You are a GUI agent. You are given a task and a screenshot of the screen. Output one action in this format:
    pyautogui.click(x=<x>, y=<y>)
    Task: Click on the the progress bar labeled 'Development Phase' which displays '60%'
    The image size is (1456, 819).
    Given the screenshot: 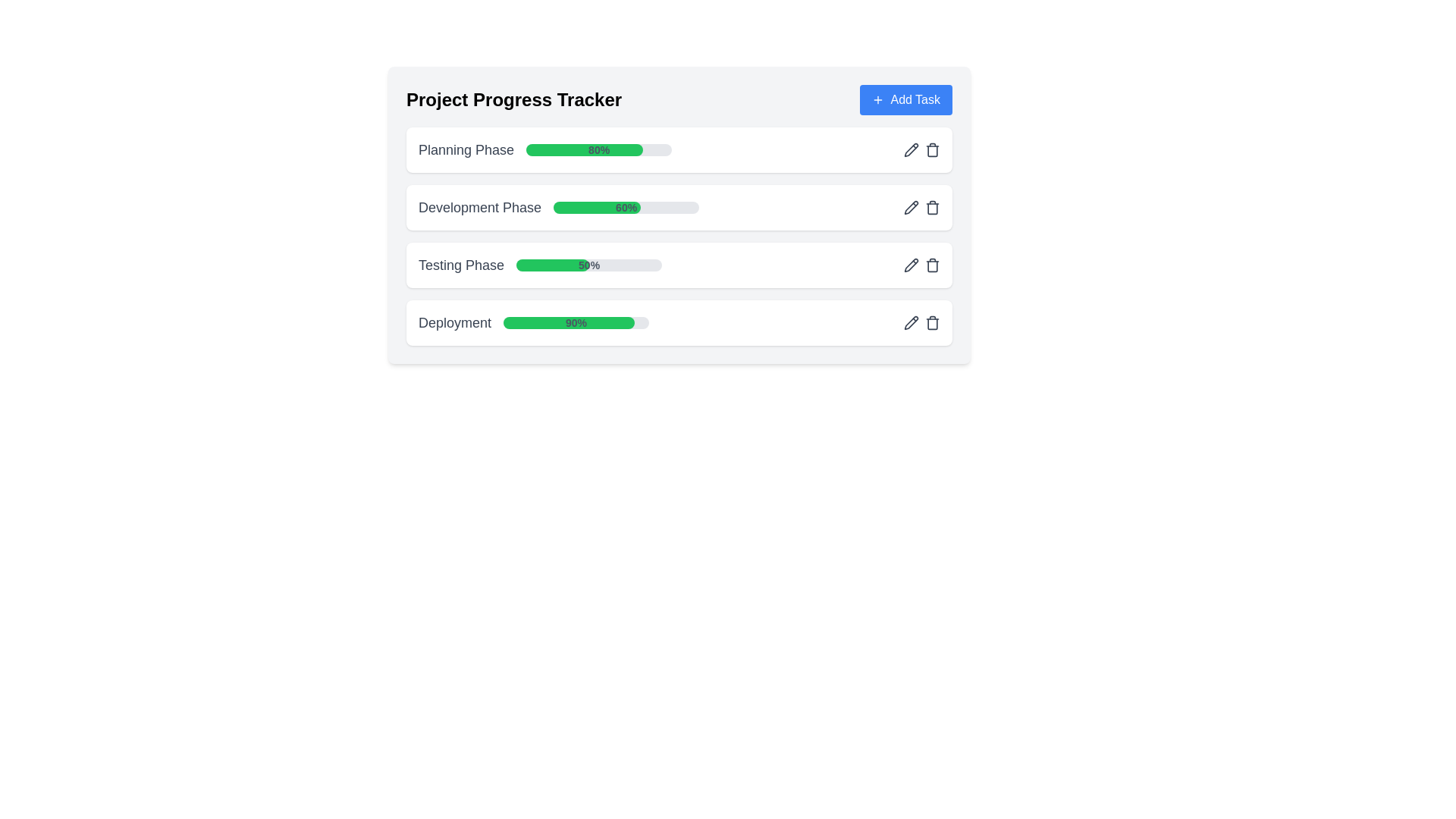 What is the action you would take?
    pyautogui.click(x=679, y=215)
    